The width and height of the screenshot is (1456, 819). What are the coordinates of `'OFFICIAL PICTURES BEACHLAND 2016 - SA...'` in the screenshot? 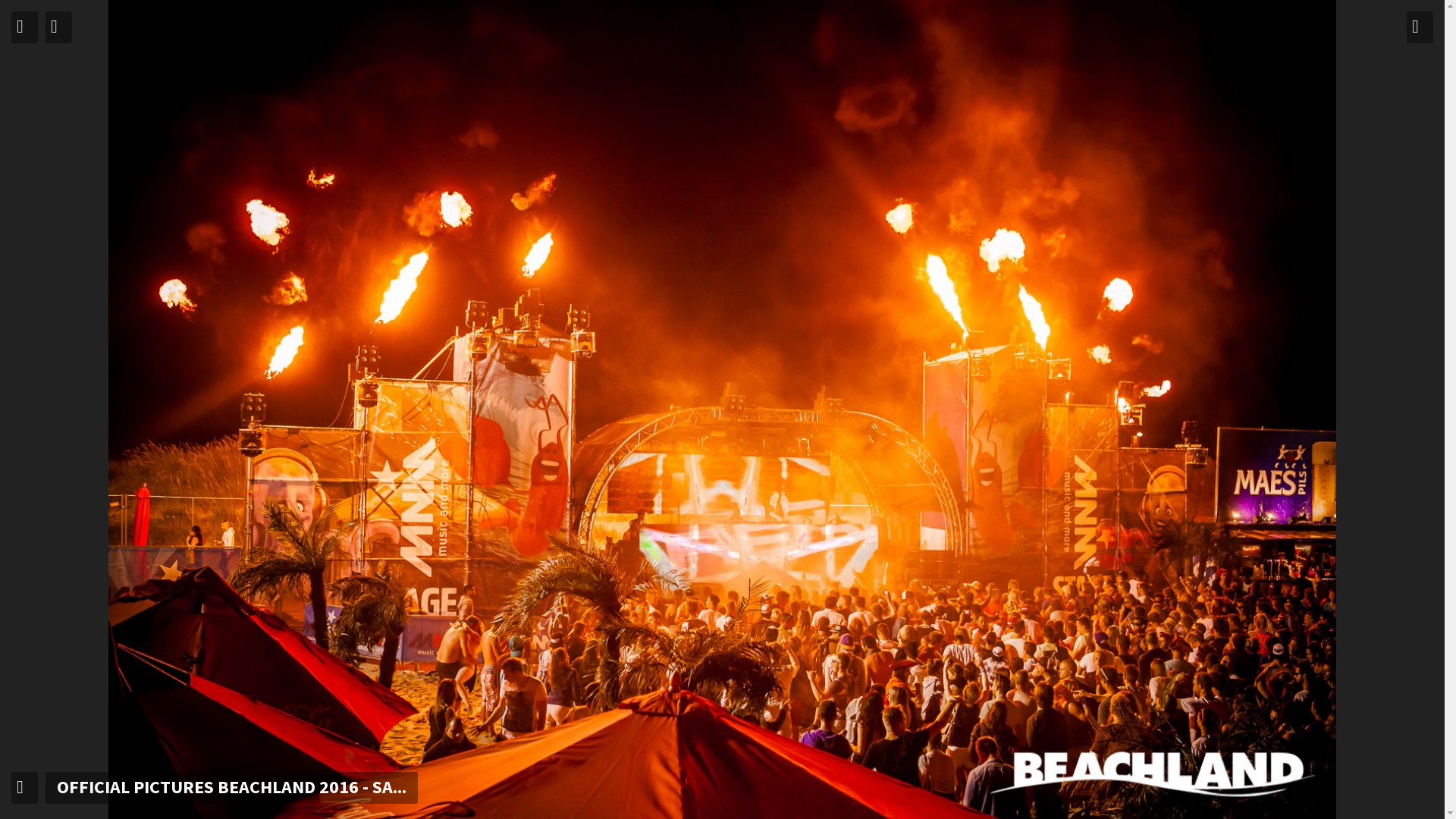 It's located at (45, 786).